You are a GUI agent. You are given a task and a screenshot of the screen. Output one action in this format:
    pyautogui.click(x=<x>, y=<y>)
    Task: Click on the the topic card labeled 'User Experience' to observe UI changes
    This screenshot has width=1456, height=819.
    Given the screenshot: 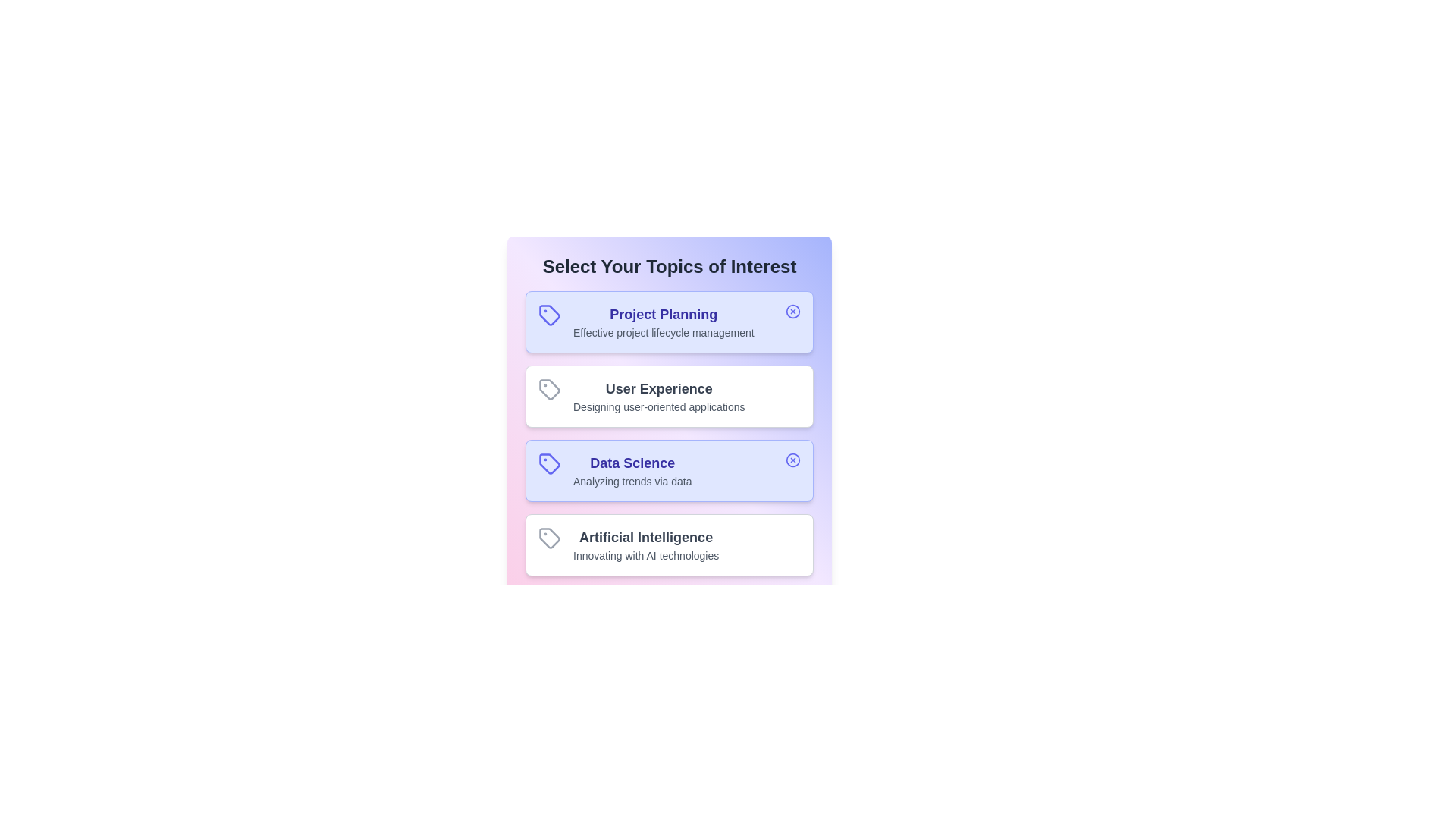 What is the action you would take?
    pyautogui.click(x=669, y=396)
    